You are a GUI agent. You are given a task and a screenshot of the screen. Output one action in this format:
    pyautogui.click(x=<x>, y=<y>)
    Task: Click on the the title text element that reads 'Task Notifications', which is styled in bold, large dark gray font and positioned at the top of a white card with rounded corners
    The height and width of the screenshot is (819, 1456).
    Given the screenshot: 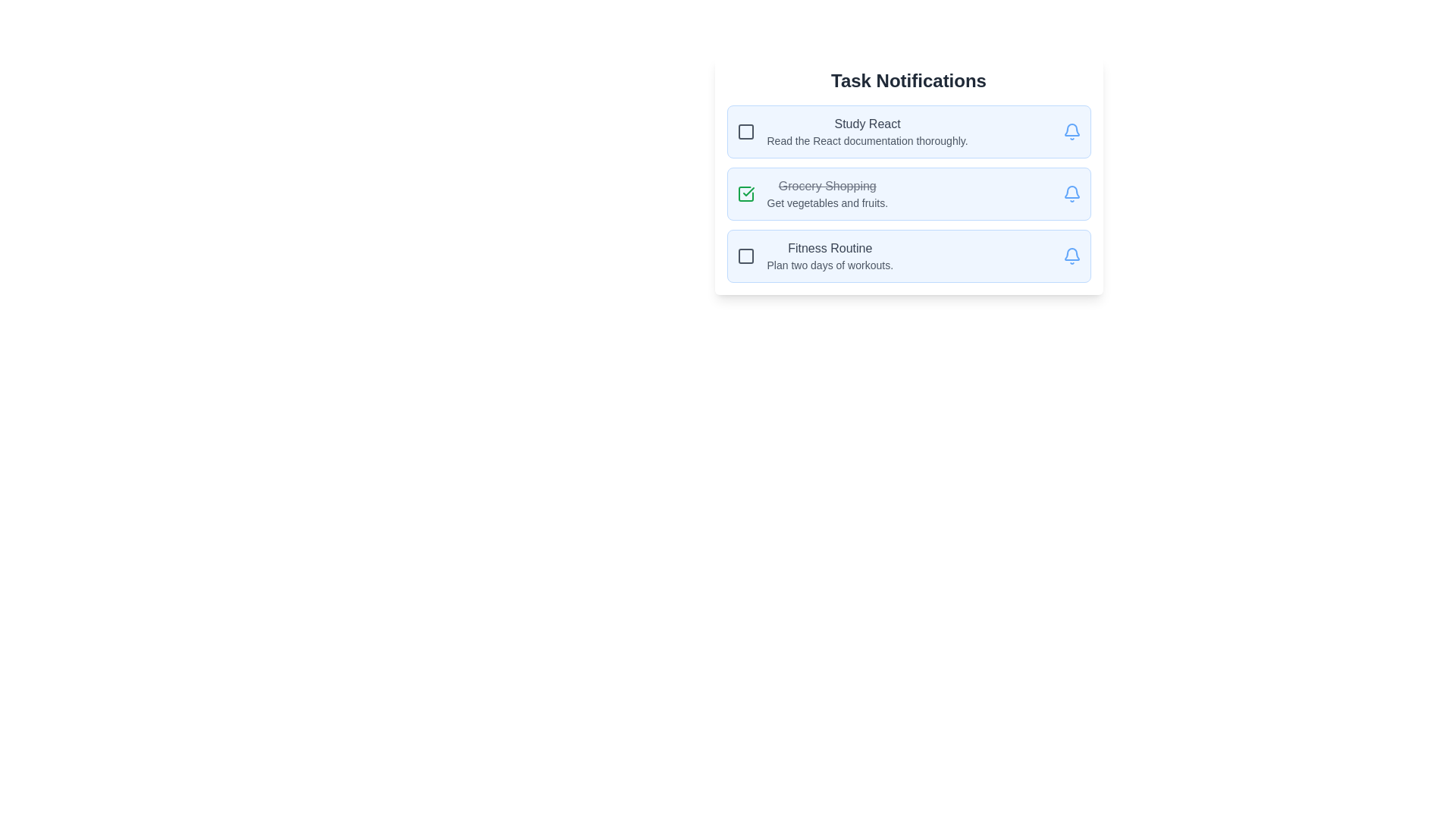 What is the action you would take?
    pyautogui.click(x=908, y=81)
    